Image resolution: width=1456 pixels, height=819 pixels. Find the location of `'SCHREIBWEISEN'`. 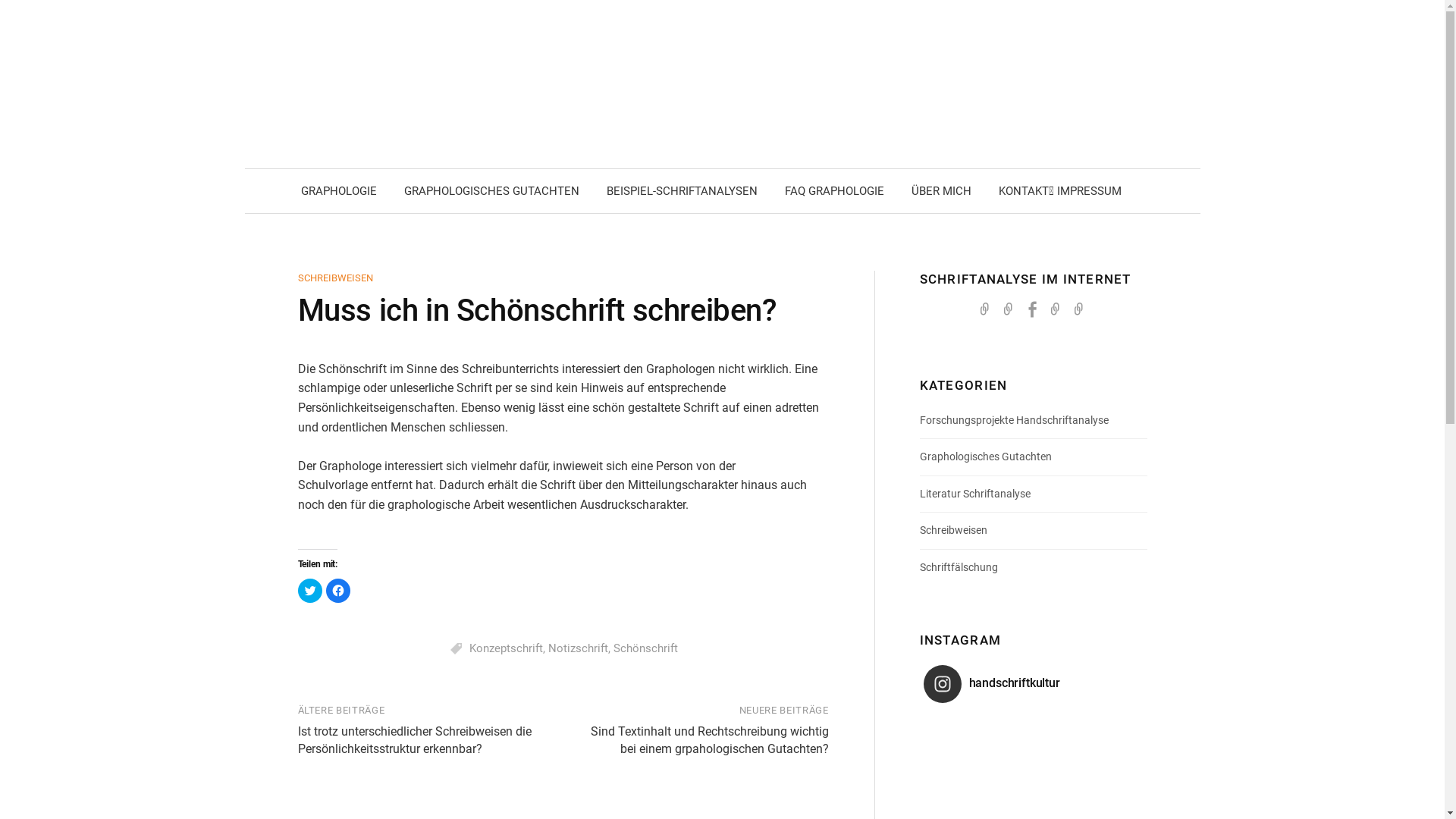

'SCHREIBWEISEN' is located at coordinates (334, 278).